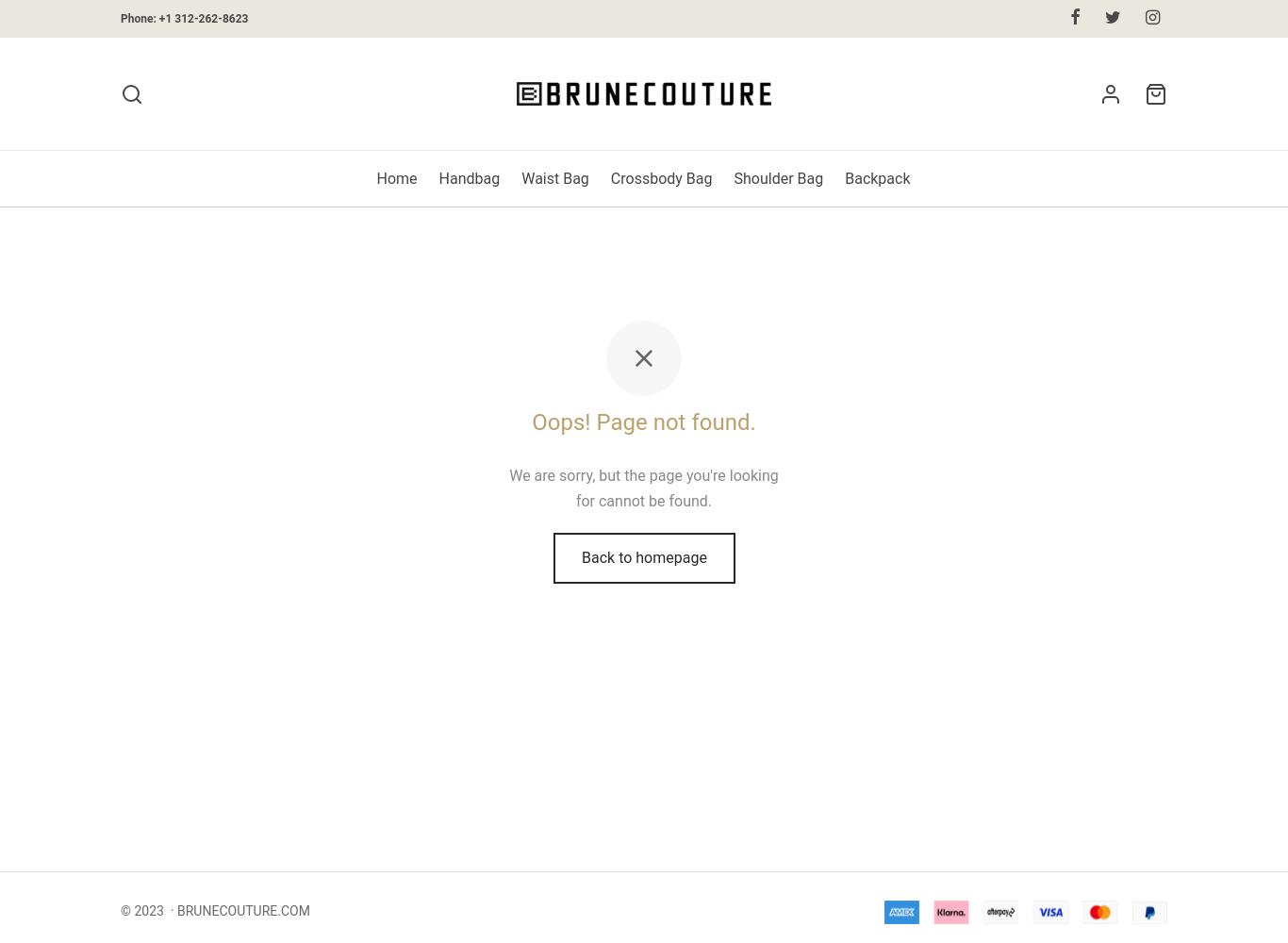 This screenshot has width=1288, height=943. What do you see at coordinates (877, 177) in the screenshot?
I see `'Backpack'` at bounding box center [877, 177].